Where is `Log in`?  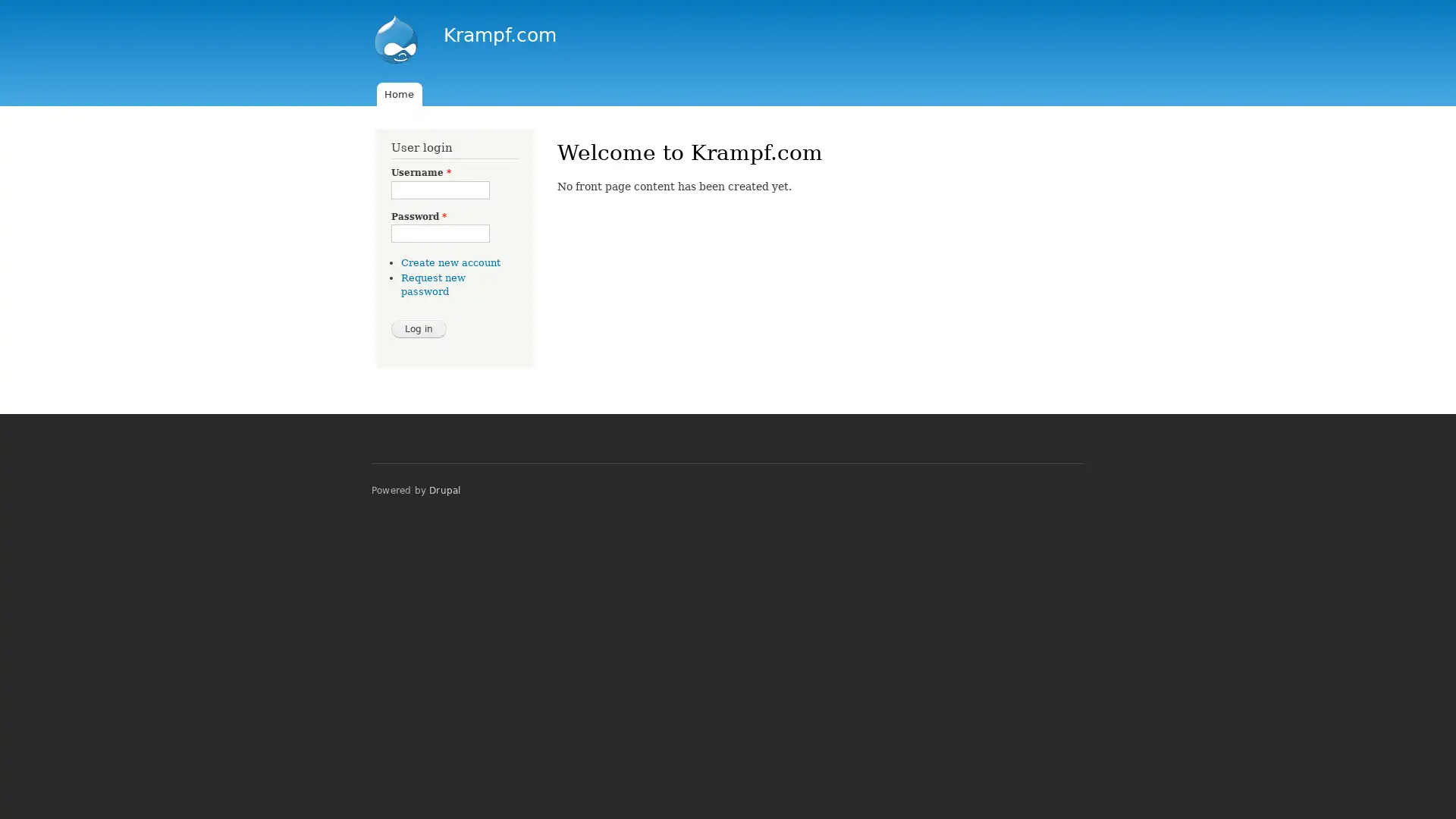
Log in is located at coordinates (419, 327).